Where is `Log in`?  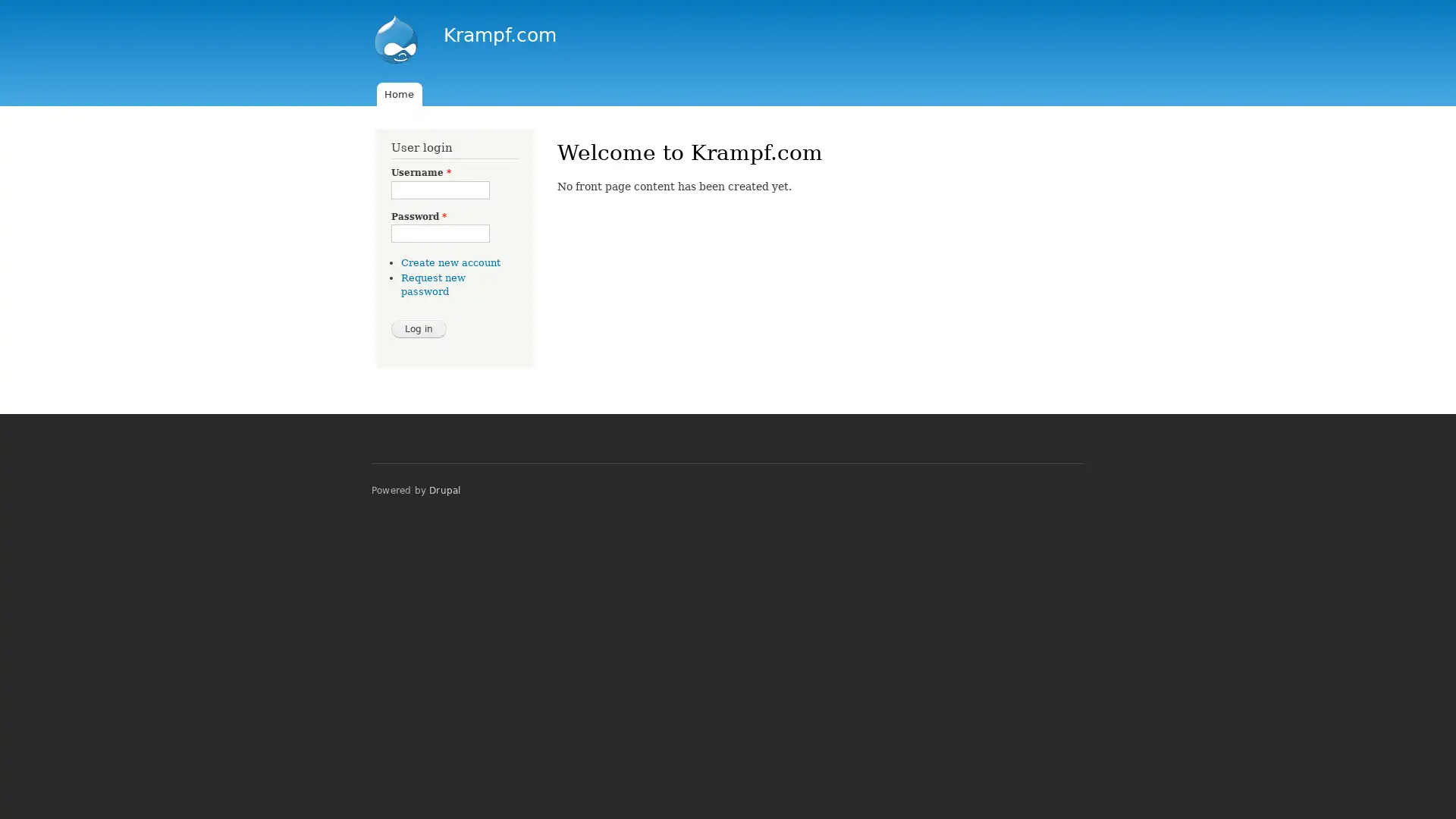
Log in is located at coordinates (419, 327).